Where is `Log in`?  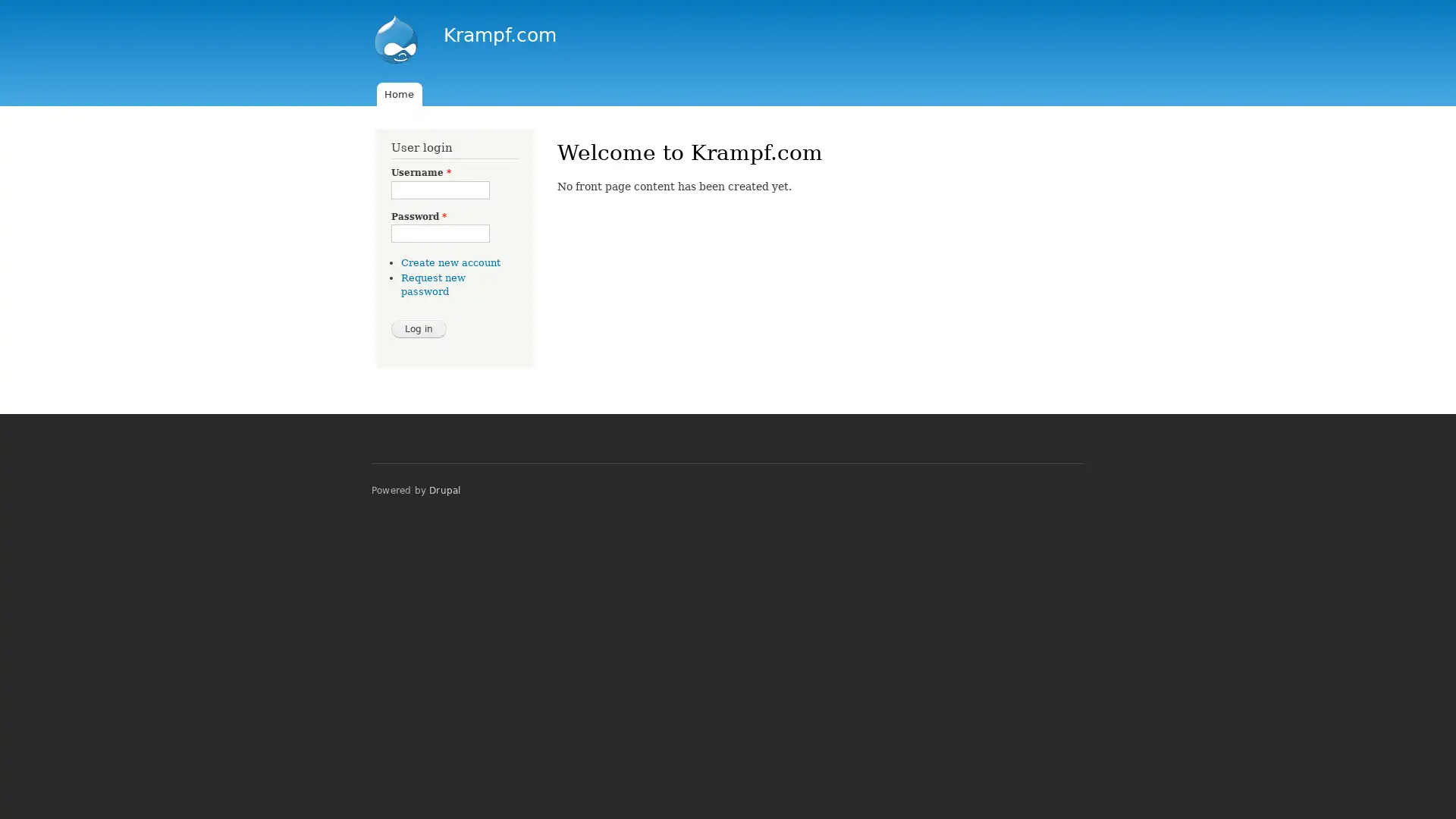
Log in is located at coordinates (419, 327).